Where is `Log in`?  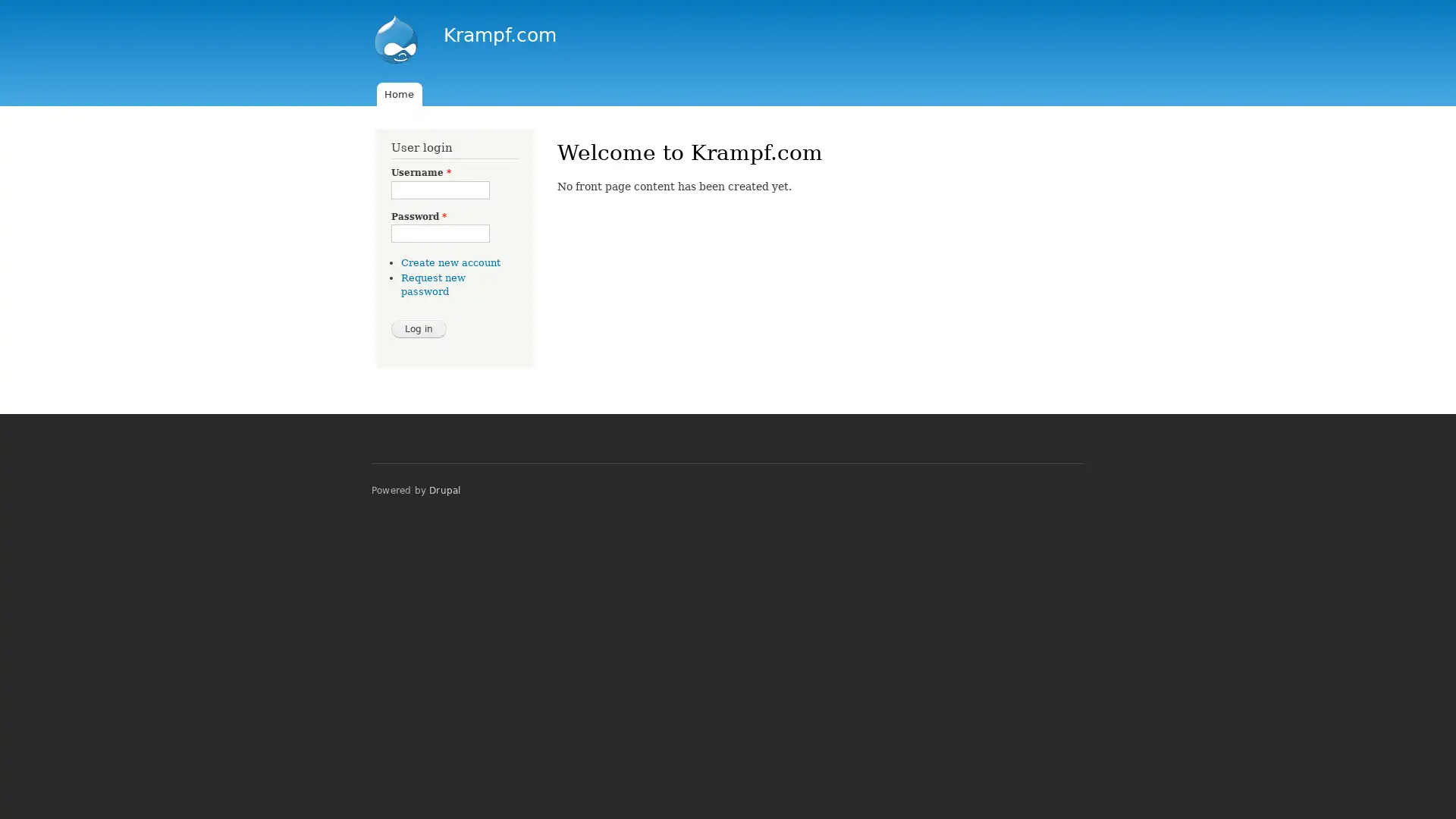
Log in is located at coordinates (419, 327).